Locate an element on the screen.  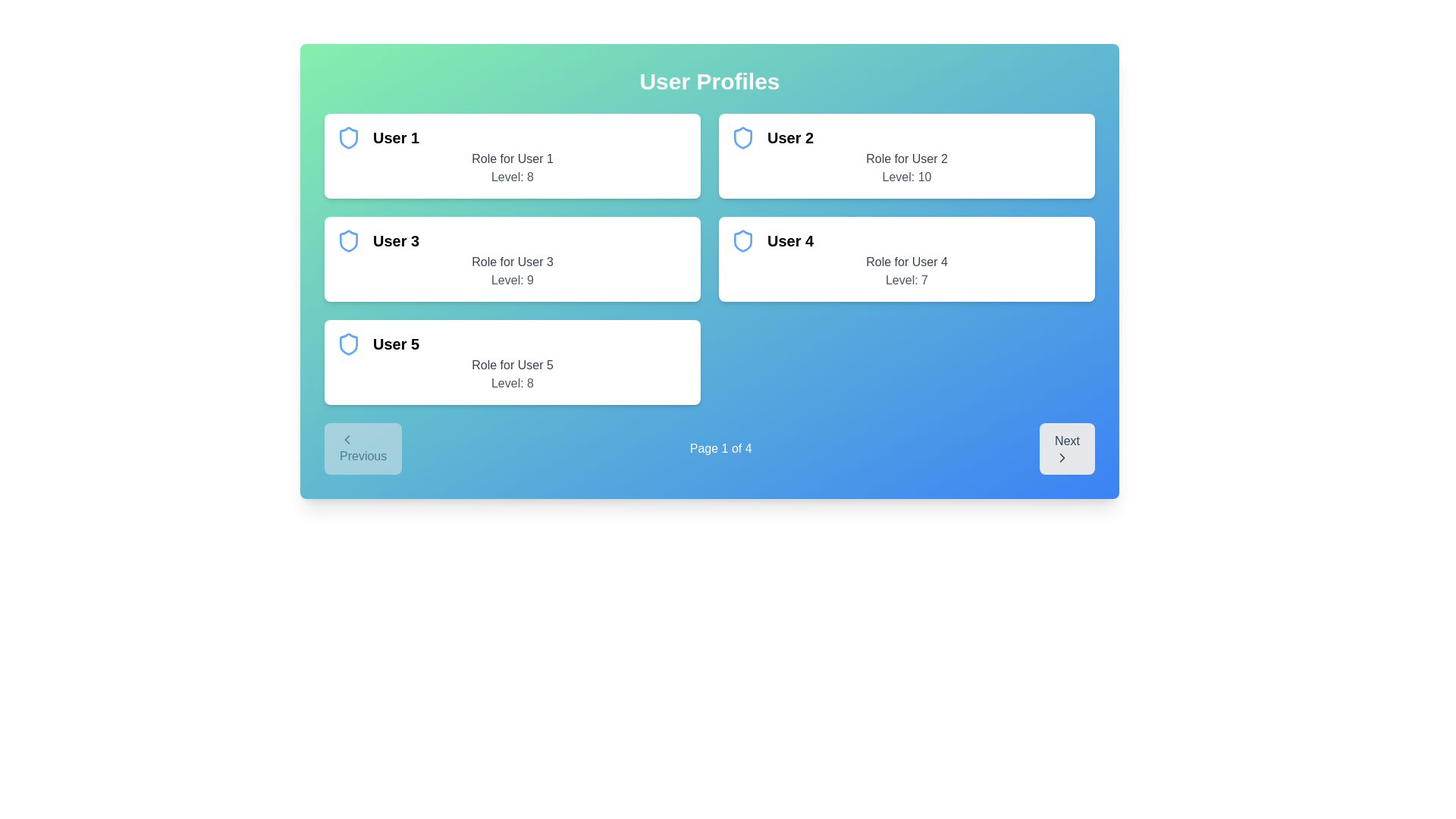
the text label displaying 'User 3' which is styled in bold, black large font within its card layout is located at coordinates (396, 240).